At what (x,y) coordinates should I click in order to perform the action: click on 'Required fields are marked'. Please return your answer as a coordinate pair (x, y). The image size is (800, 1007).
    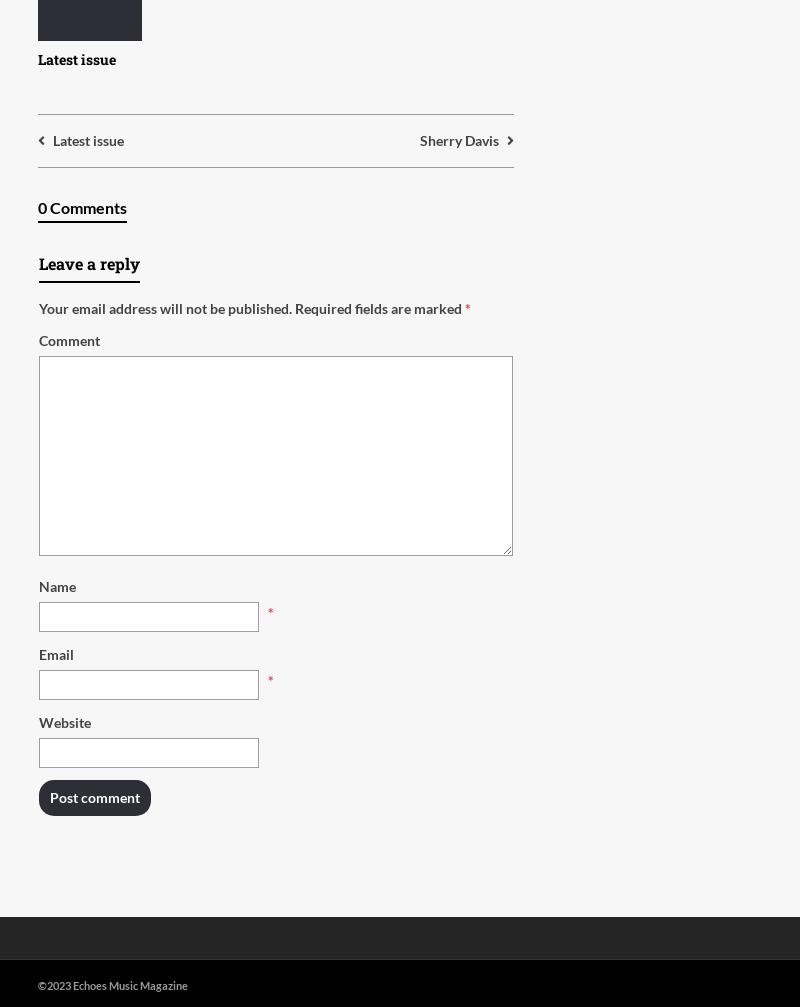
    Looking at the image, I should click on (295, 308).